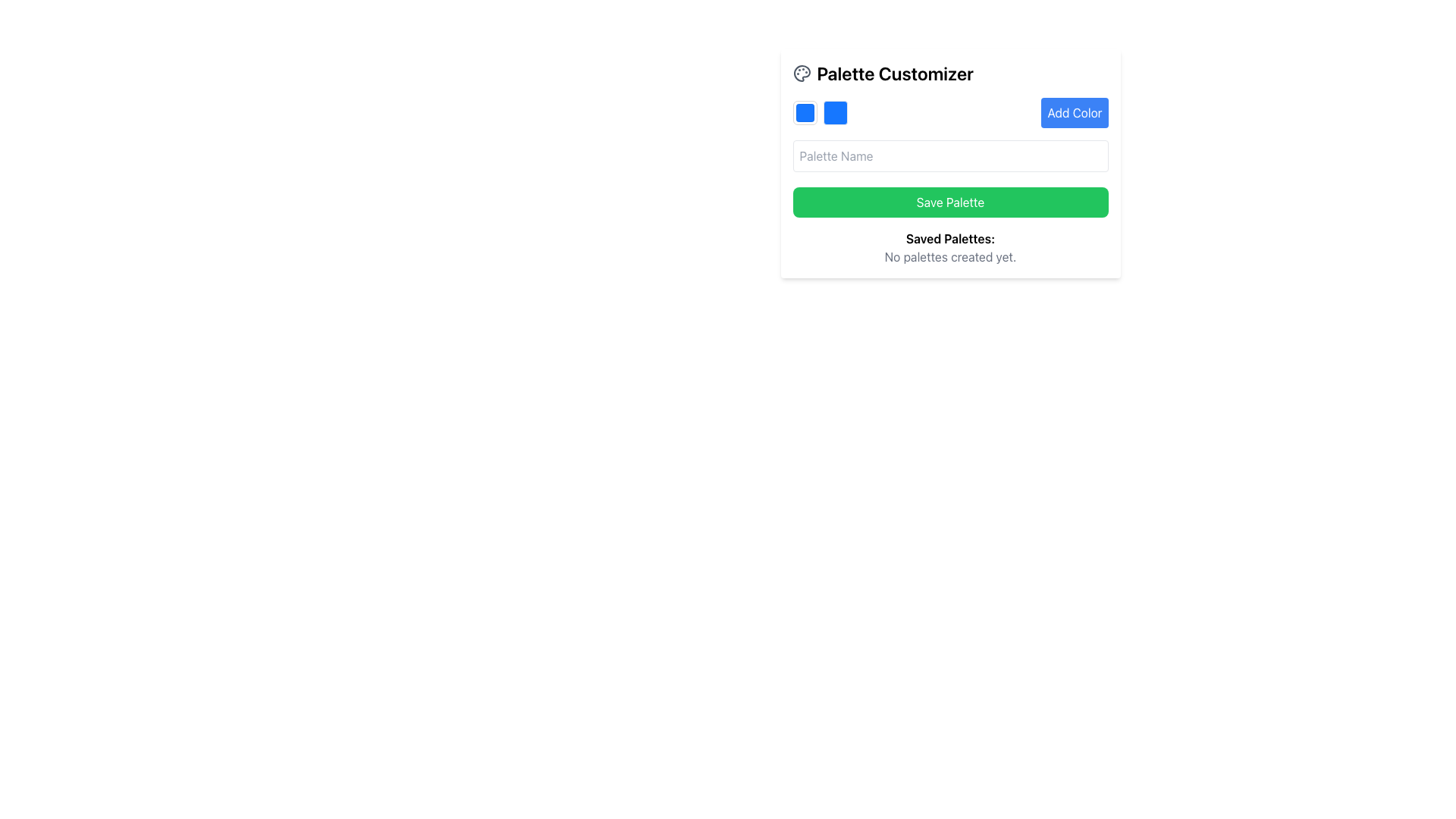 The width and height of the screenshot is (1456, 819). Describe the element at coordinates (804, 112) in the screenshot. I see `the Color Block element located near the top-left corner of the palette customization section` at that location.